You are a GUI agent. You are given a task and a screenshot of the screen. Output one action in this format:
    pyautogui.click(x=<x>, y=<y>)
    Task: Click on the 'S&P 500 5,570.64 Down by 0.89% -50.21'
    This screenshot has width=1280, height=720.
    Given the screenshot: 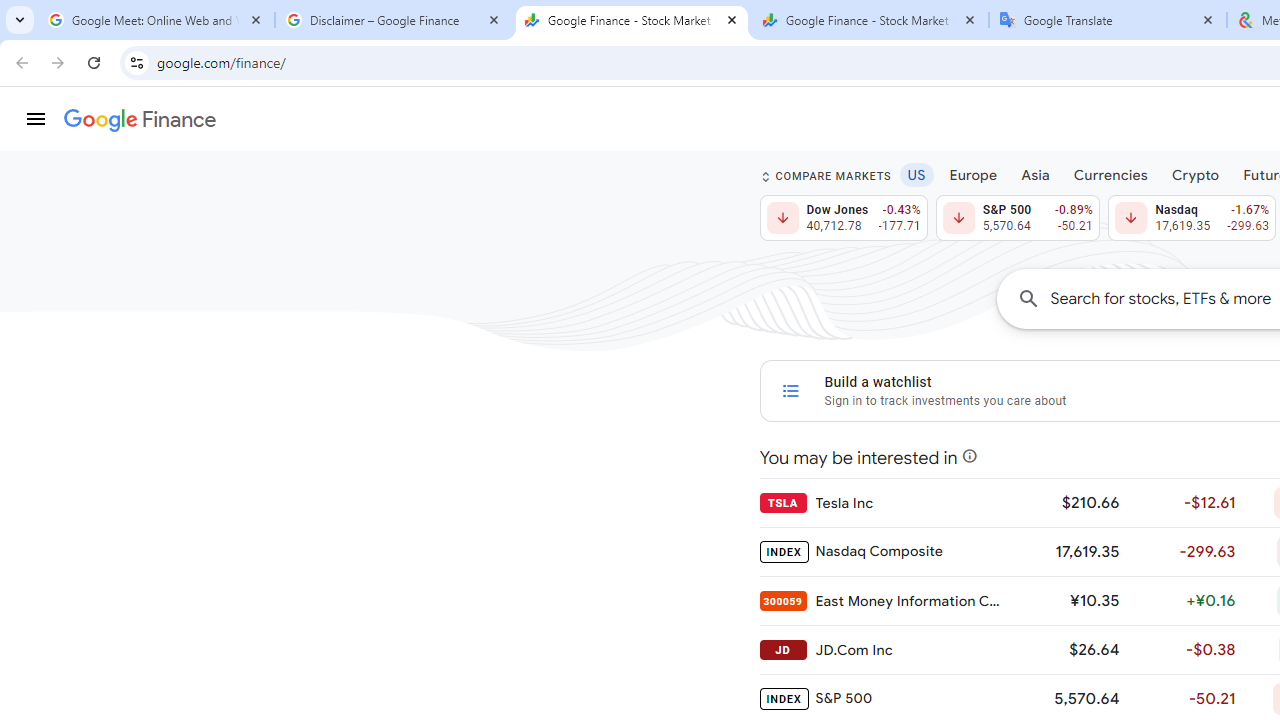 What is the action you would take?
    pyautogui.click(x=1017, y=218)
    